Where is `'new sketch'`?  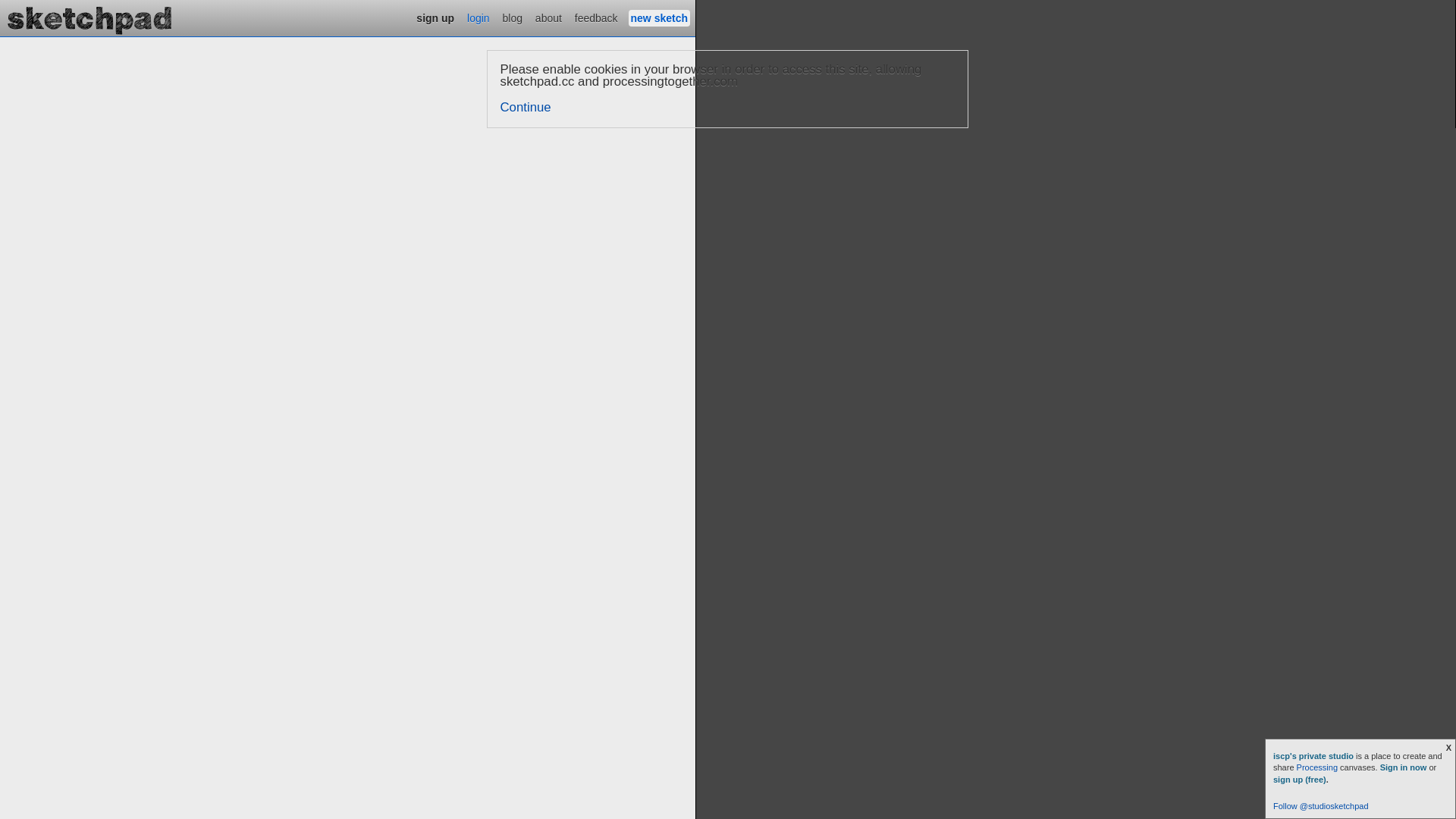
'new sketch' is located at coordinates (659, 17).